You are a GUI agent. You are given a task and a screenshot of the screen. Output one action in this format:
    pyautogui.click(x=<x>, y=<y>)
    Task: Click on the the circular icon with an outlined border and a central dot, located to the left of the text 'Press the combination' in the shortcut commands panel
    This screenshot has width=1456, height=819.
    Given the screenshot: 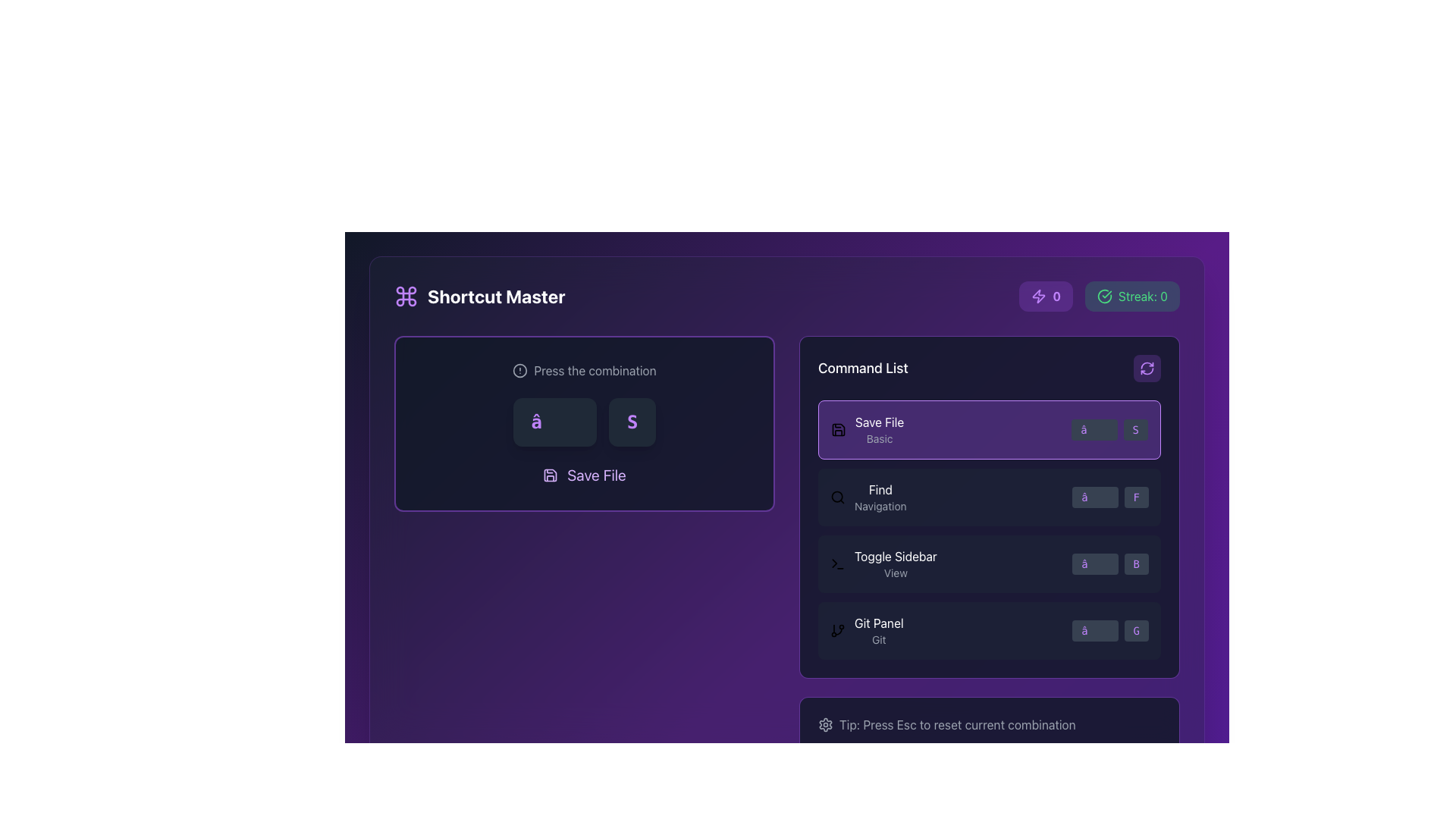 What is the action you would take?
    pyautogui.click(x=520, y=371)
    